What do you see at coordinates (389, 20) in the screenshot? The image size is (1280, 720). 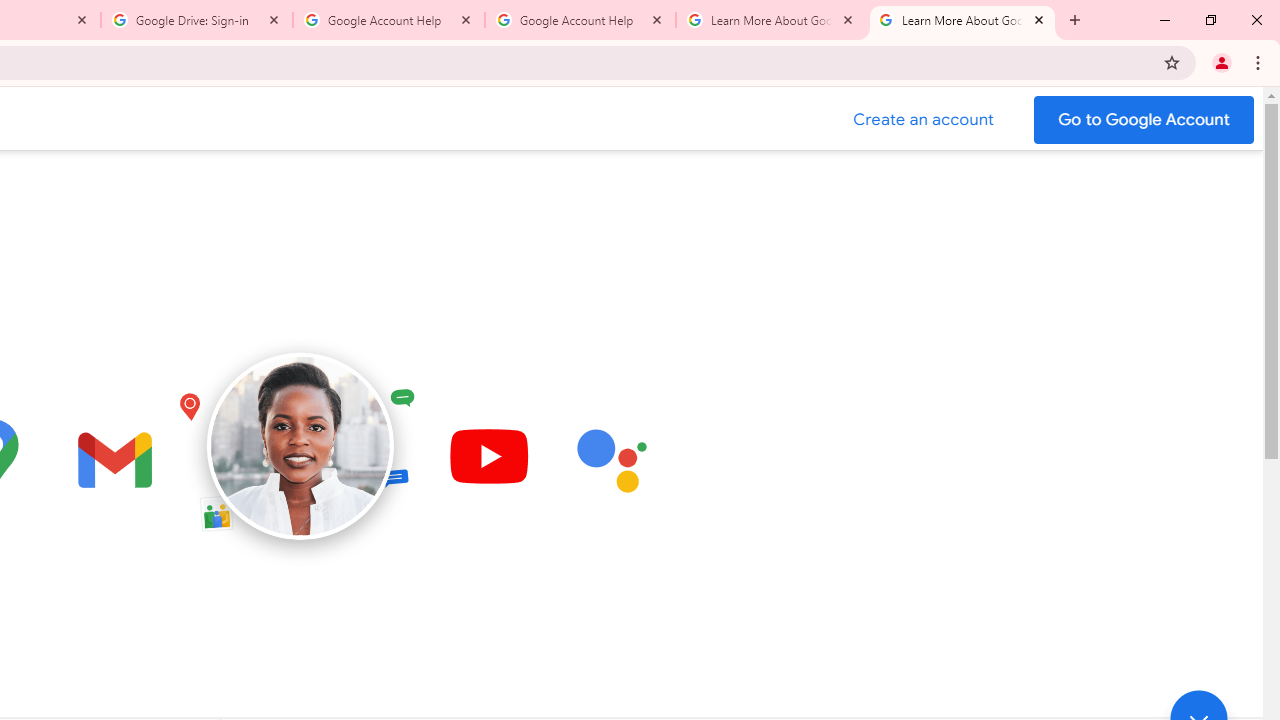 I see `'Google Account Help'` at bounding box center [389, 20].